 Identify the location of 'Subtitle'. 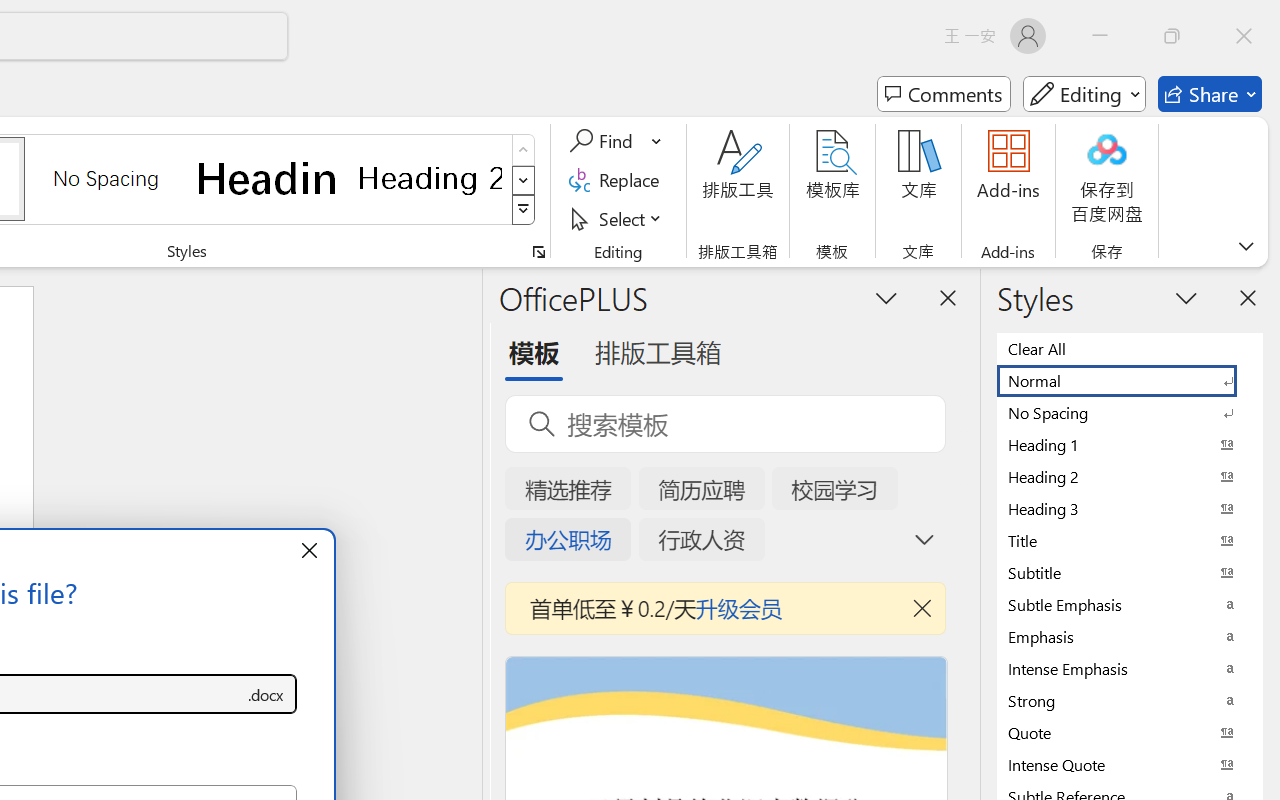
(1130, 571).